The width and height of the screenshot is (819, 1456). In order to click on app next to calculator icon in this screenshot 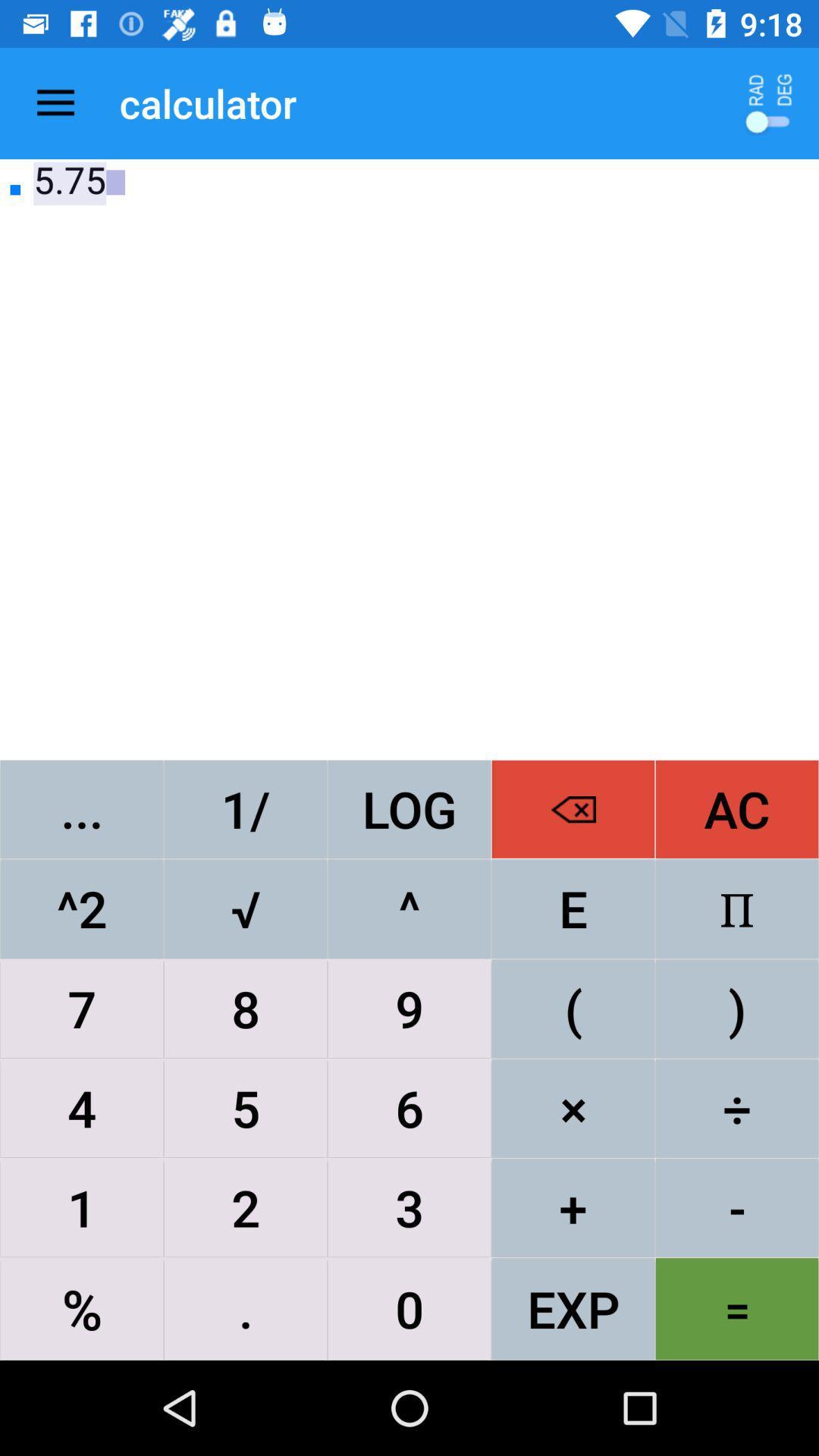, I will do `click(55, 102)`.